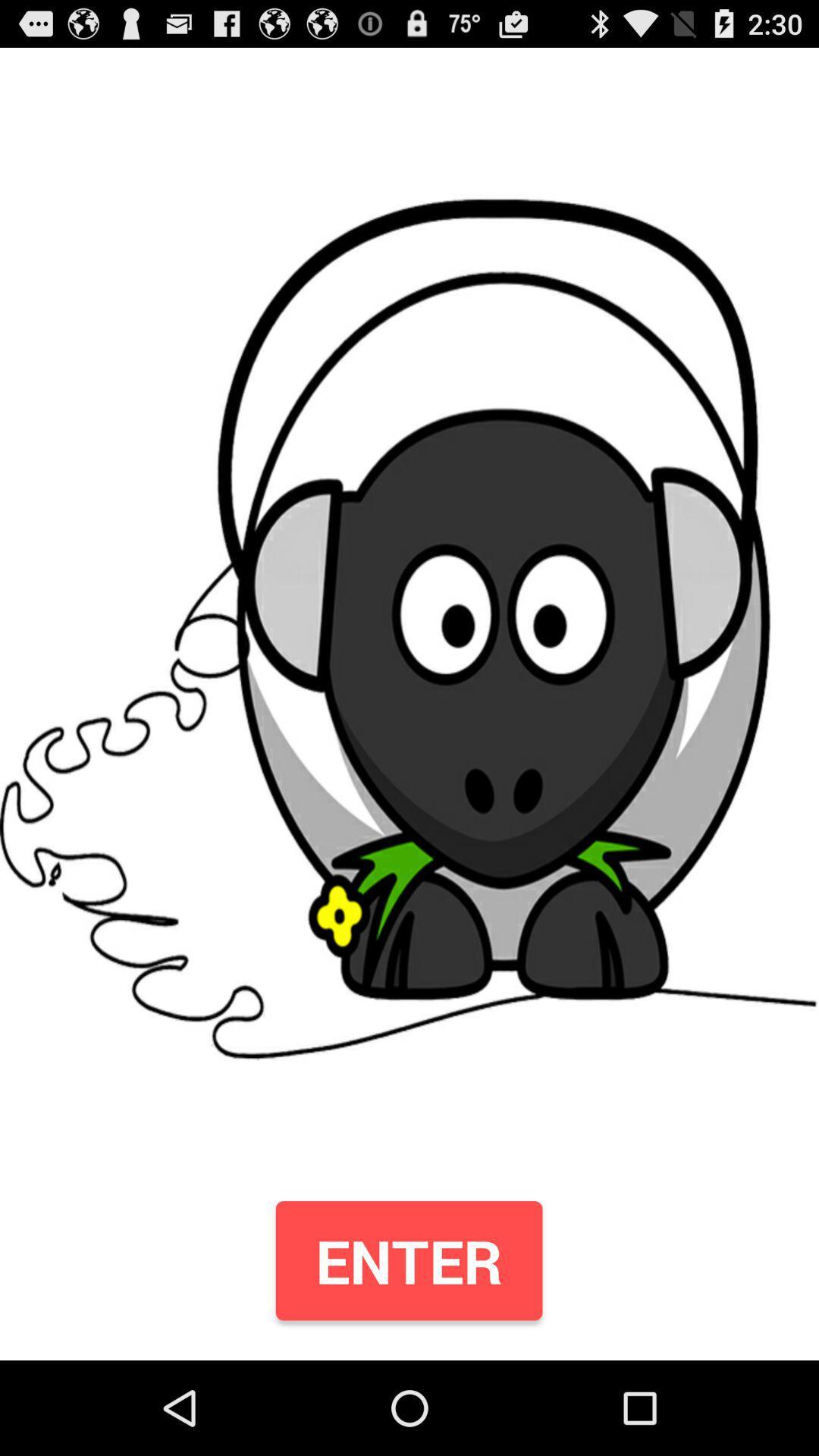 This screenshot has width=819, height=1456. I want to click on enter, so click(408, 1260).